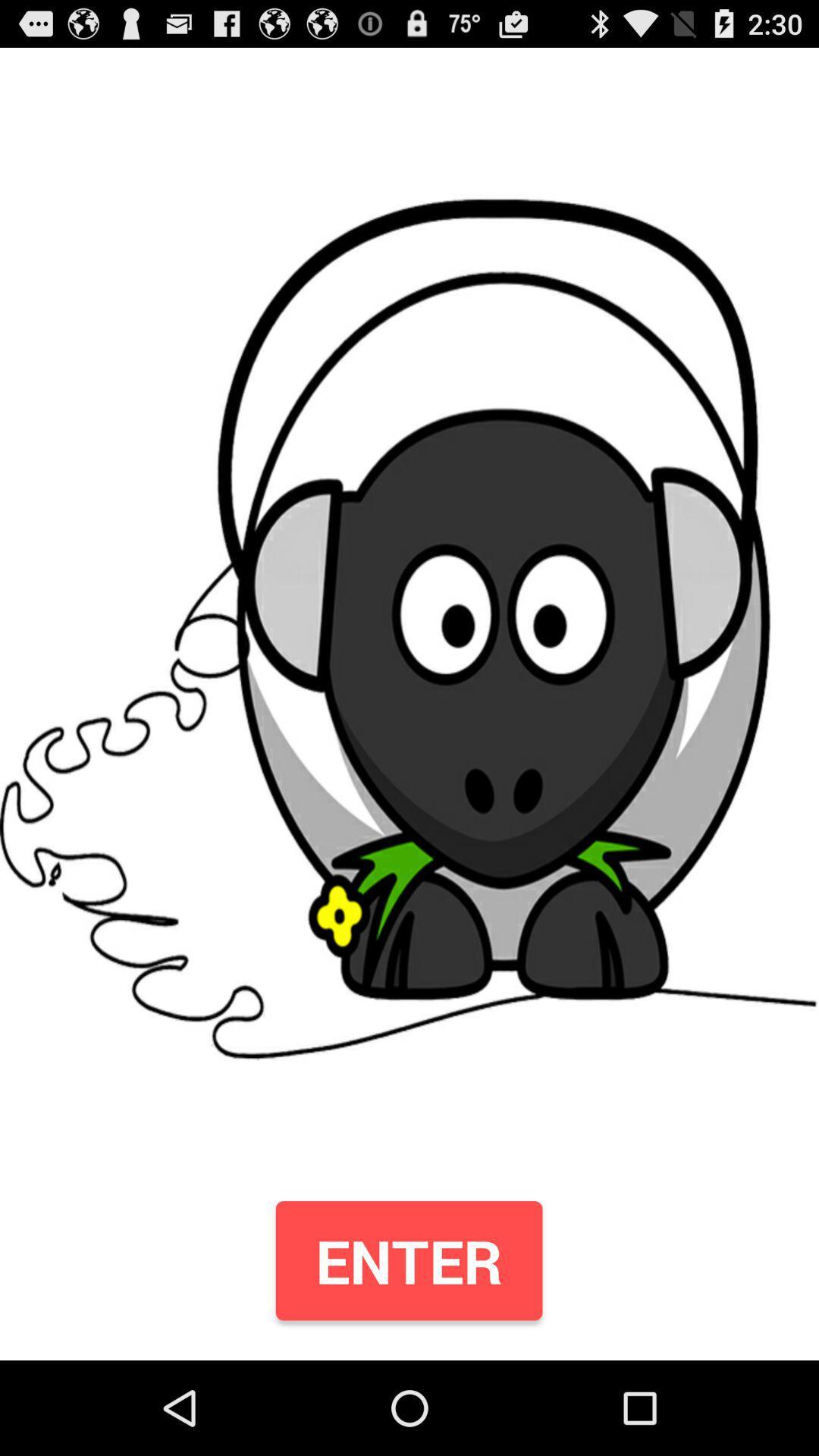 This screenshot has width=819, height=1456. I want to click on enter, so click(408, 1260).